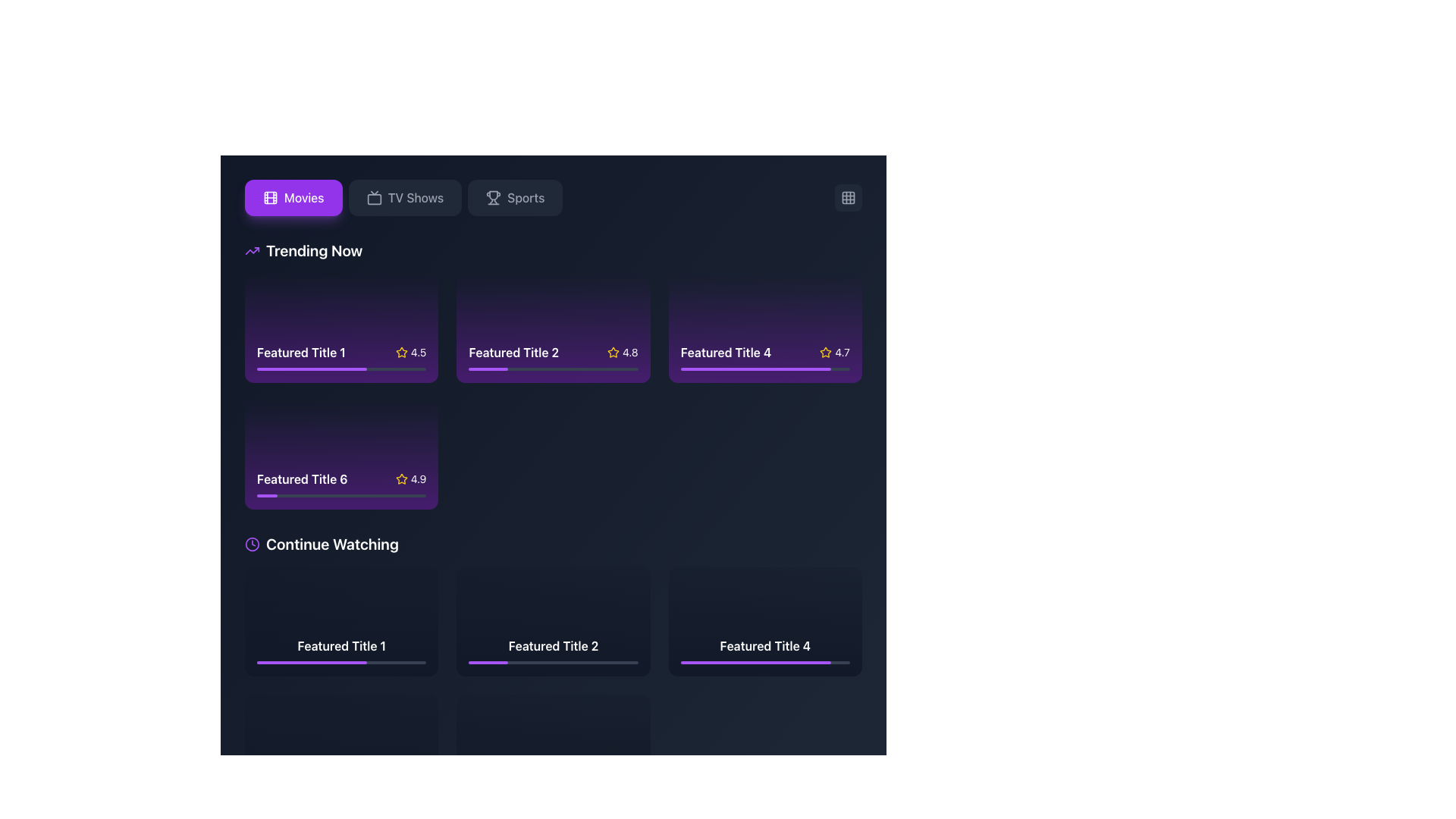  What do you see at coordinates (374, 199) in the screenshot?
I see `the small rectangular shape with rounded corners, which is part of the TV icon, located near the top right of the interface` at bounding box center [374, 199].